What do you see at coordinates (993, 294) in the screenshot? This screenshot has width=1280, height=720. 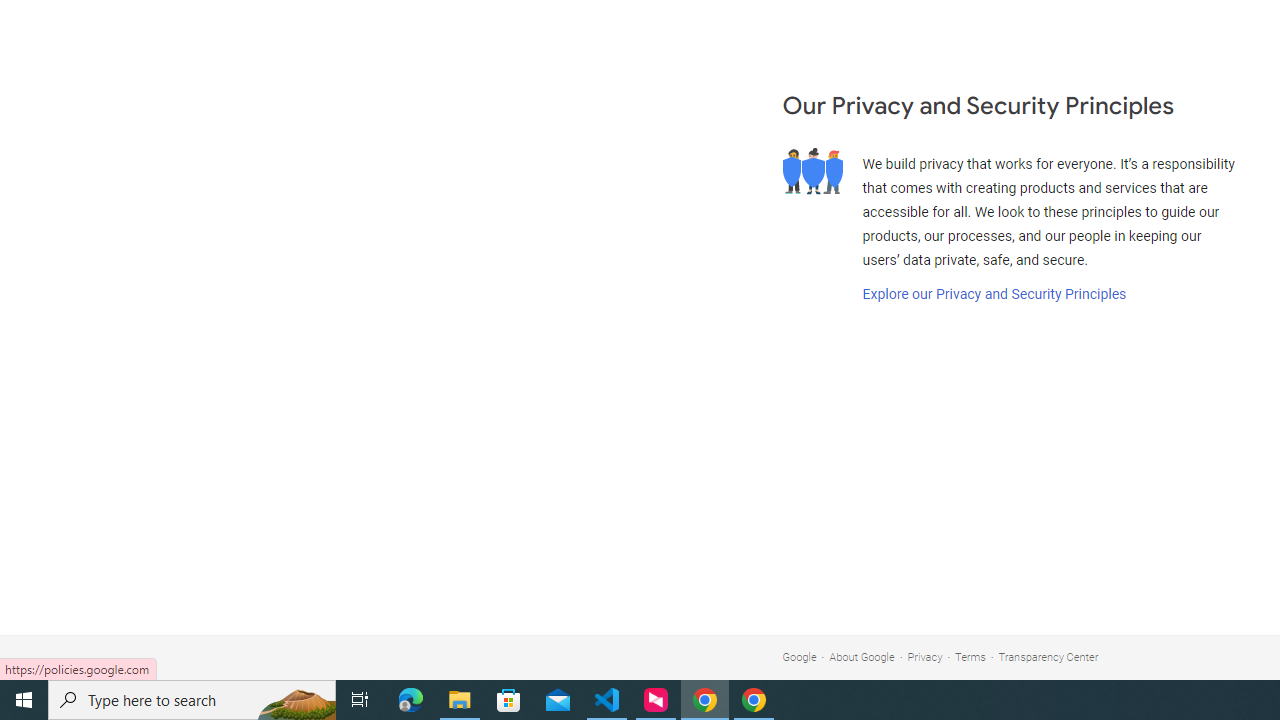 I see `'Explore our Privacy and Security Principles'` at bounding box center [993, 294].